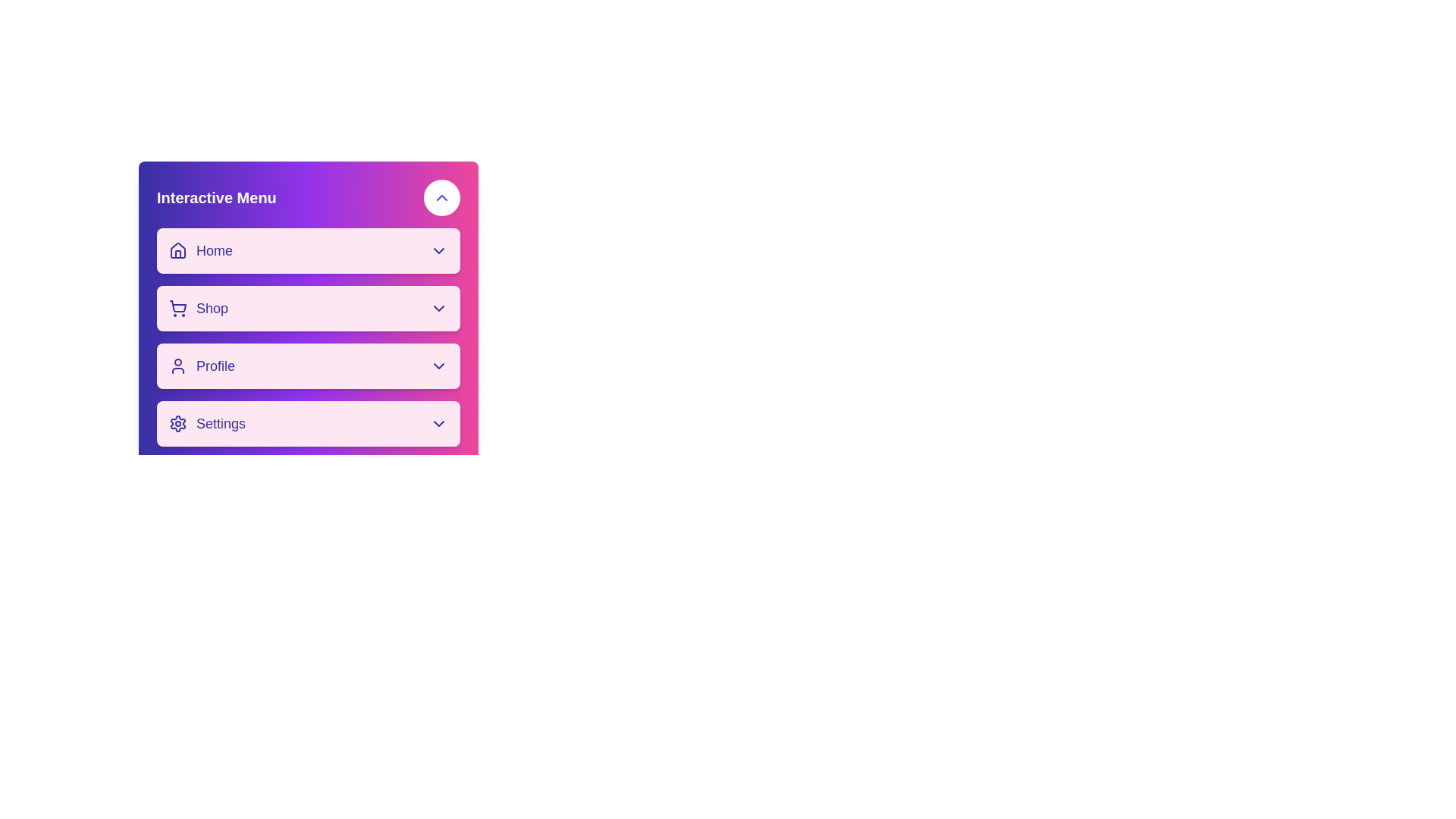 The height and width of the screenshot is (819, 1456). I want to click on the circular button with a white background and indigo upward chevron icon located at the top-right corner of the 'Interactive Menu' section, so click(441, 197).